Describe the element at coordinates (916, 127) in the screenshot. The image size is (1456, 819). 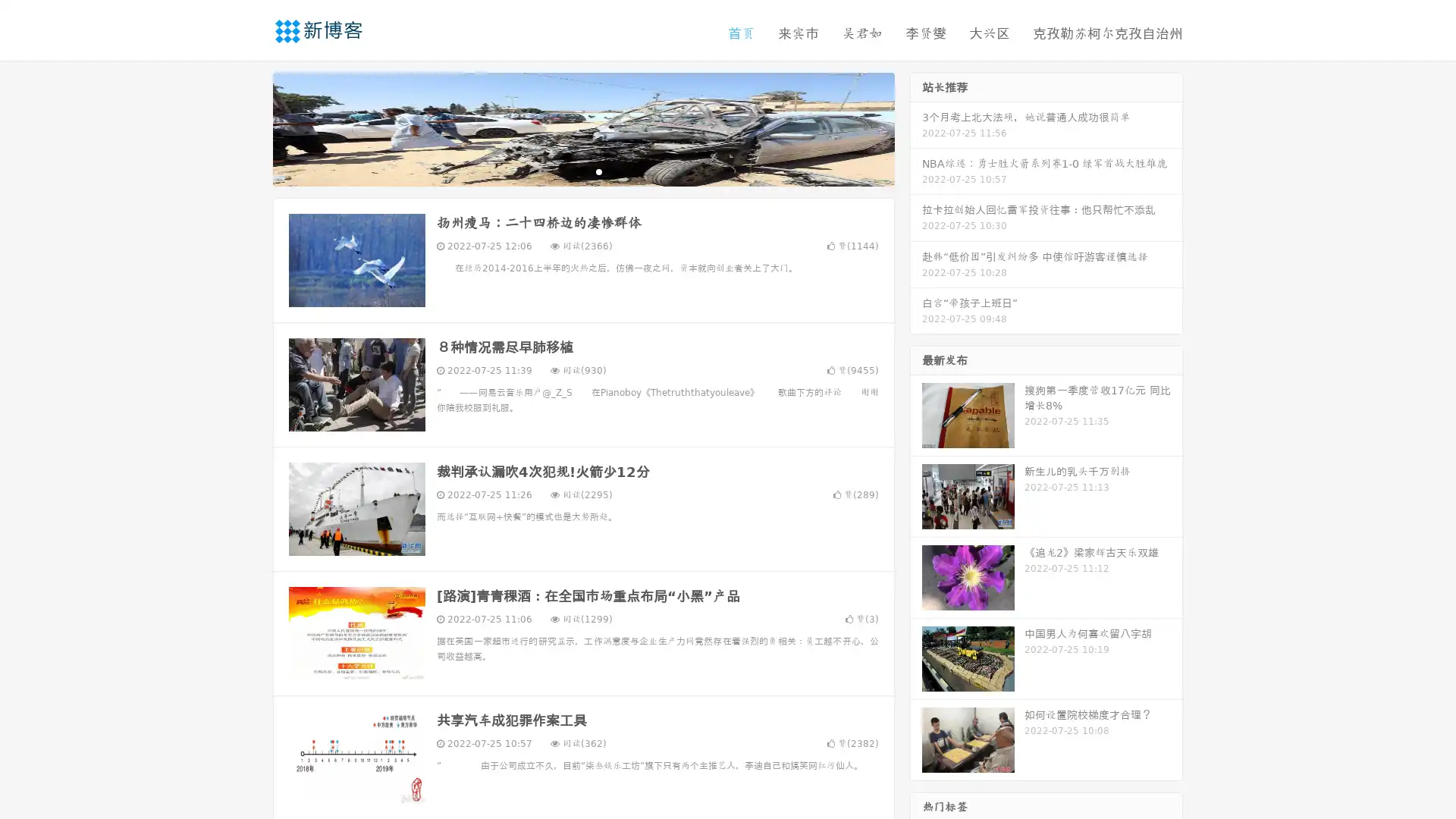
I see `Next slide` at that location.